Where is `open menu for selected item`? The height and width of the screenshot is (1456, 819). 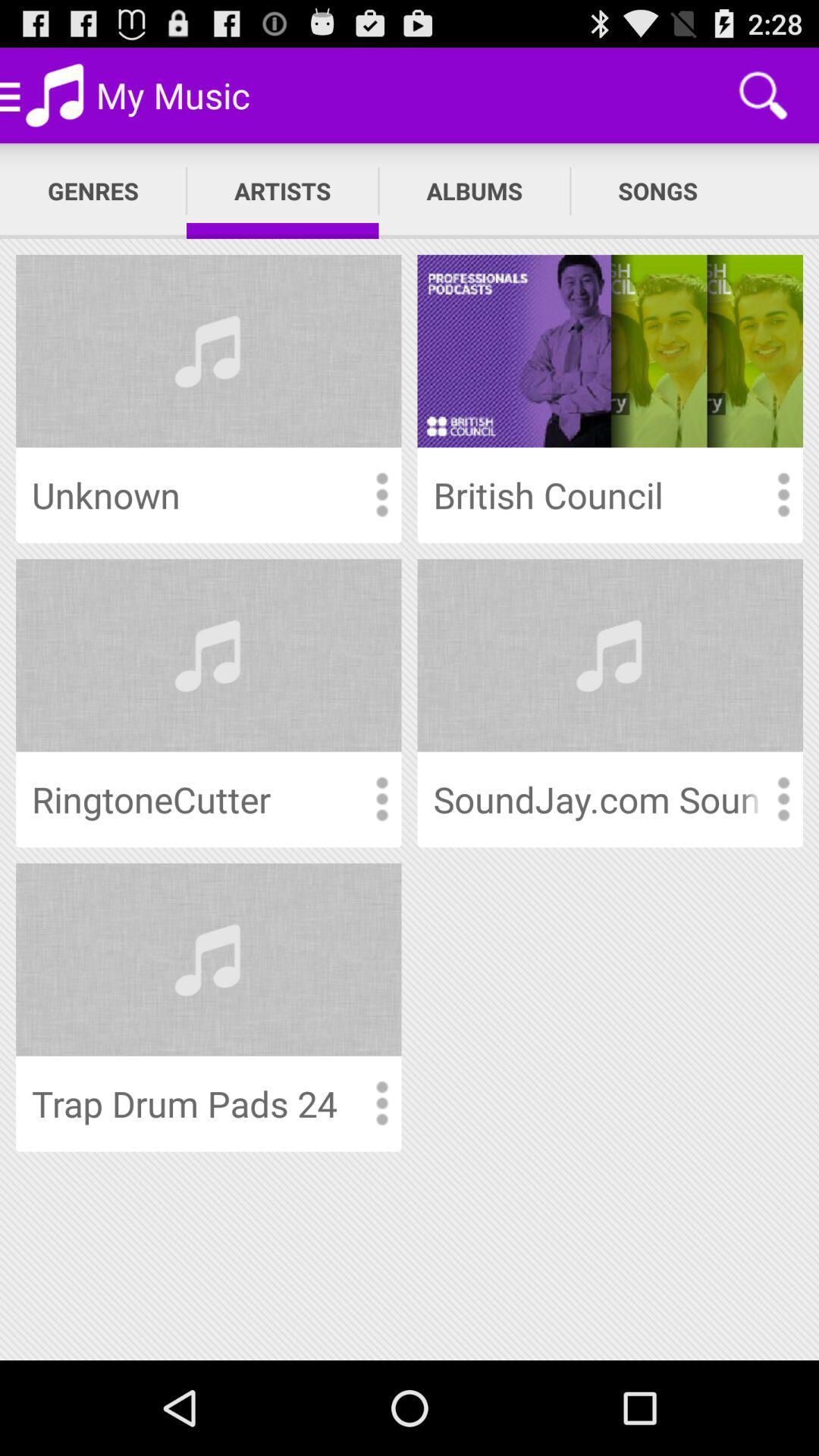
open menu for selected item is located at coordinates (783, 799).